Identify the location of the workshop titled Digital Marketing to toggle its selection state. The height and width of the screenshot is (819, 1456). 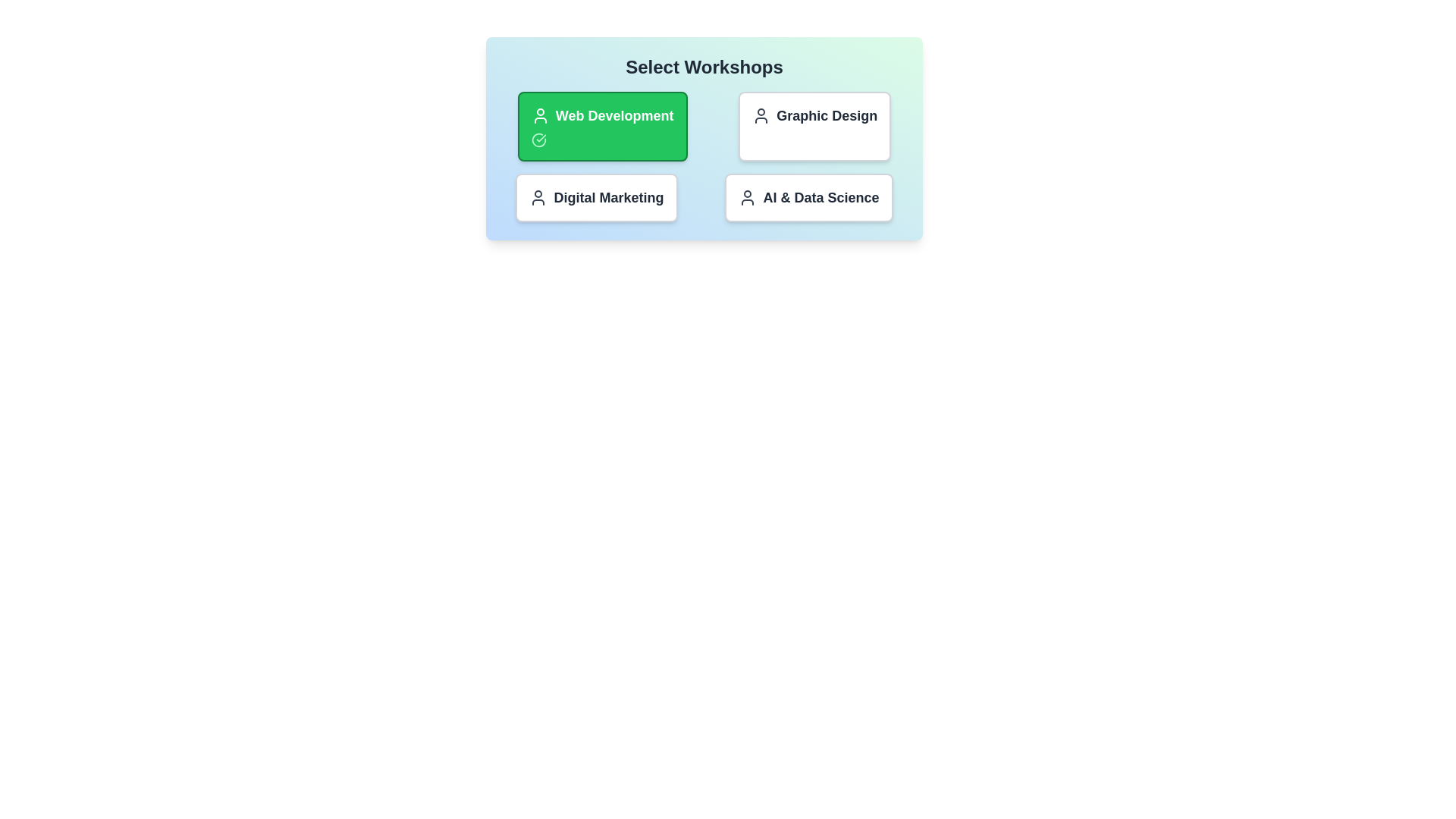
(596, 197).